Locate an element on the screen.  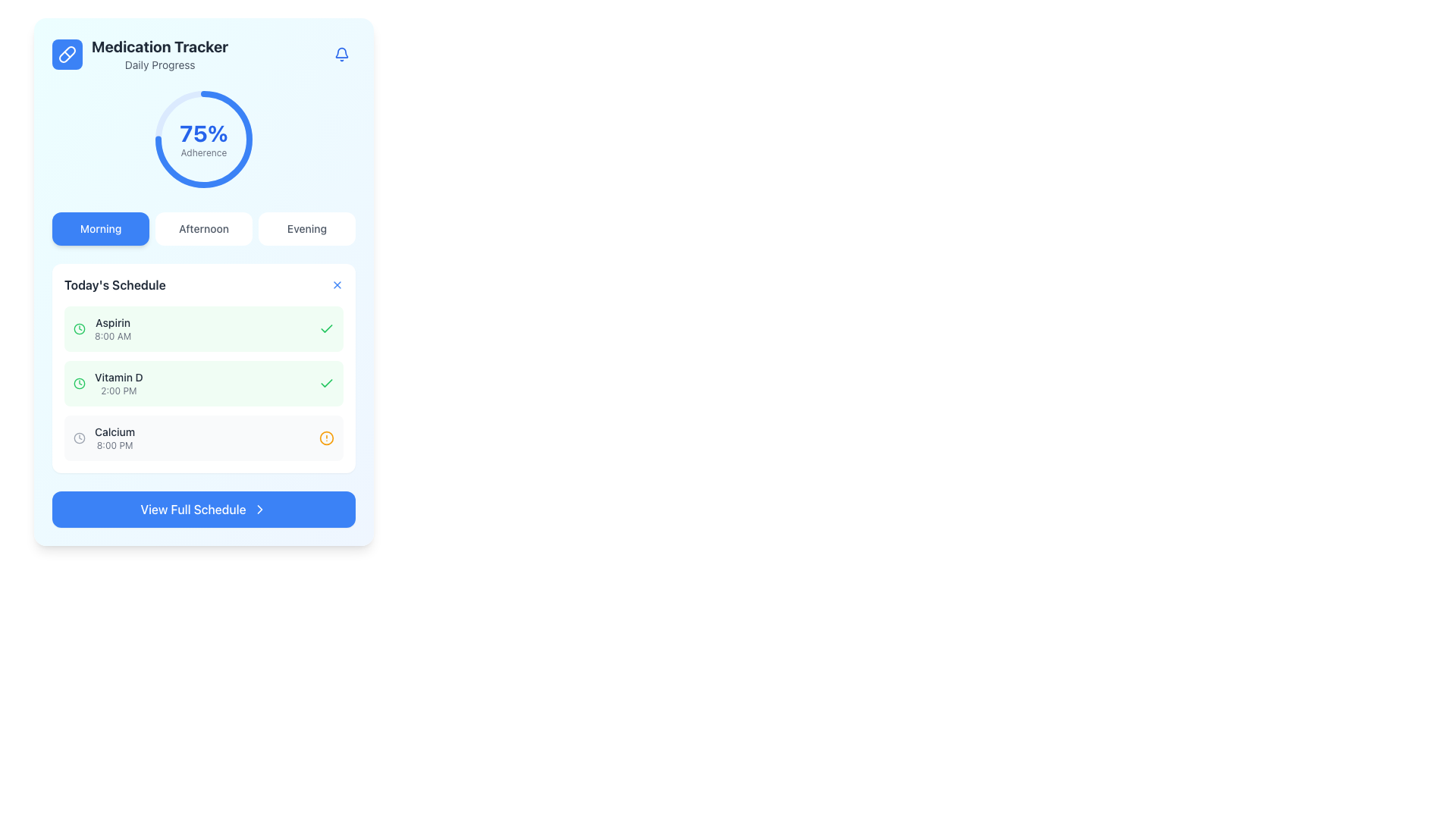
the first medication entry in the 'Today's Schedule' section is located at coordinates (202, 328).